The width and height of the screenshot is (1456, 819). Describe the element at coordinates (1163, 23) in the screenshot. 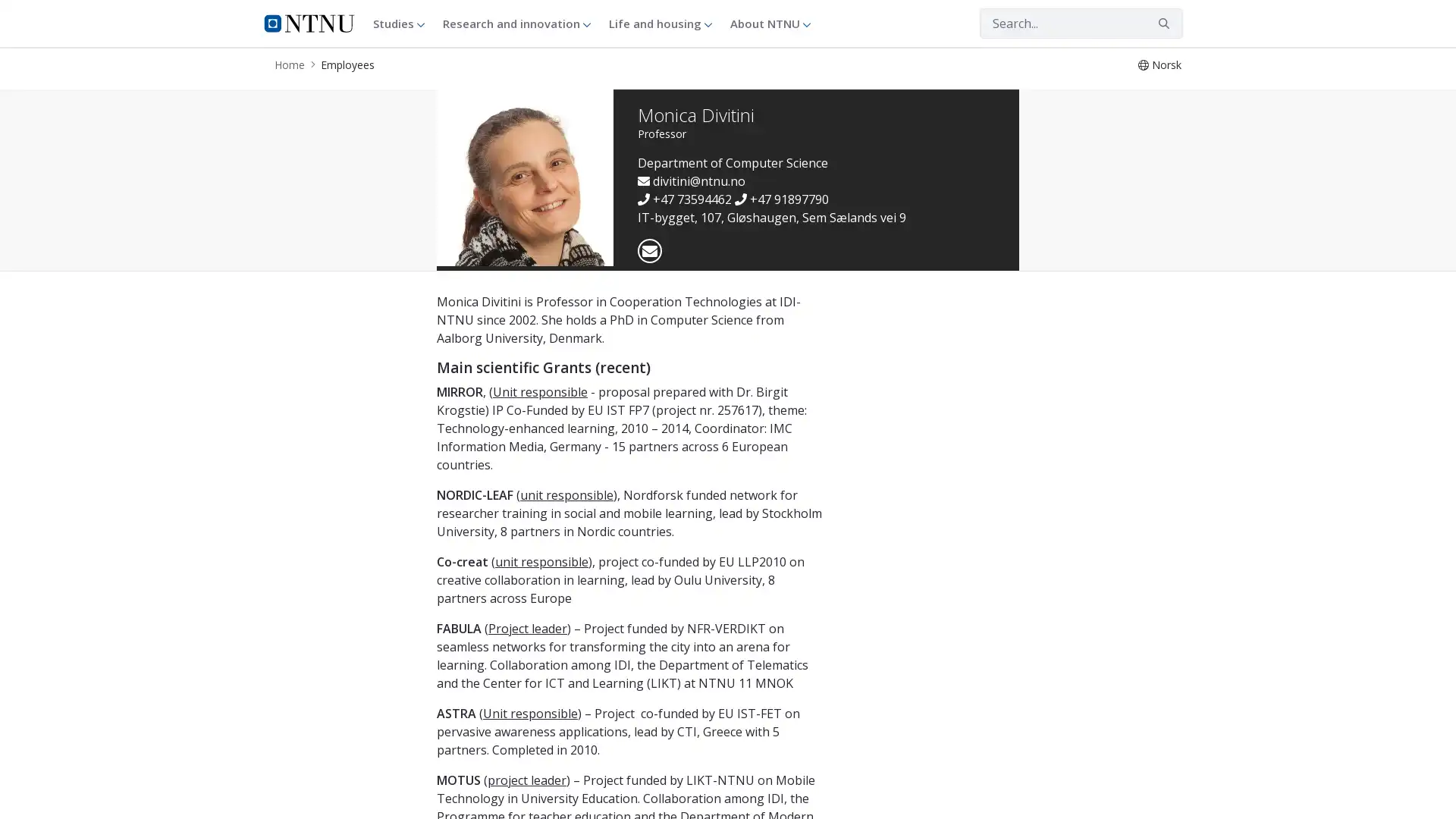

I see `Submit` at that location.